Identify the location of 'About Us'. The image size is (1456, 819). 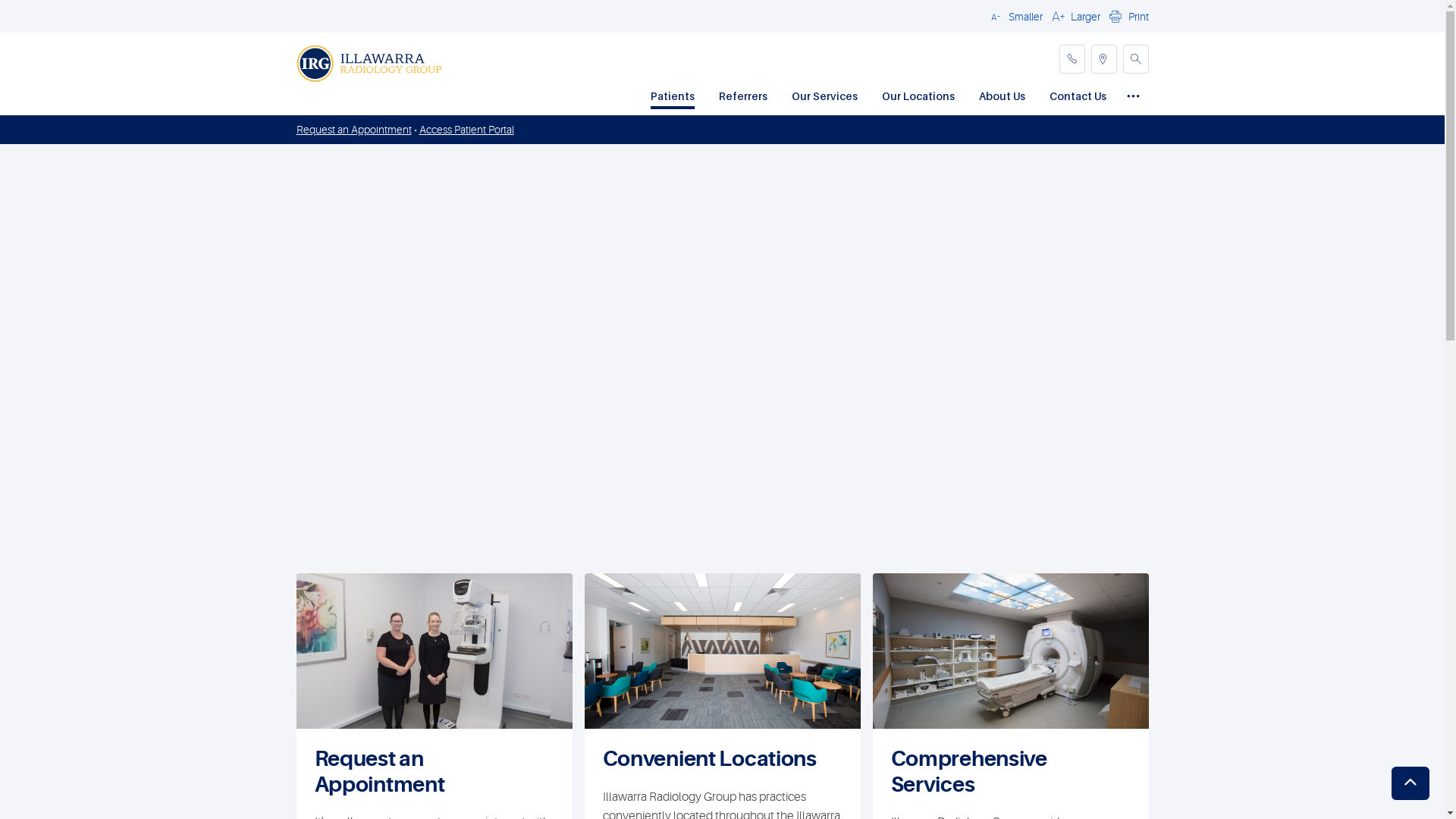
(1001, 97).